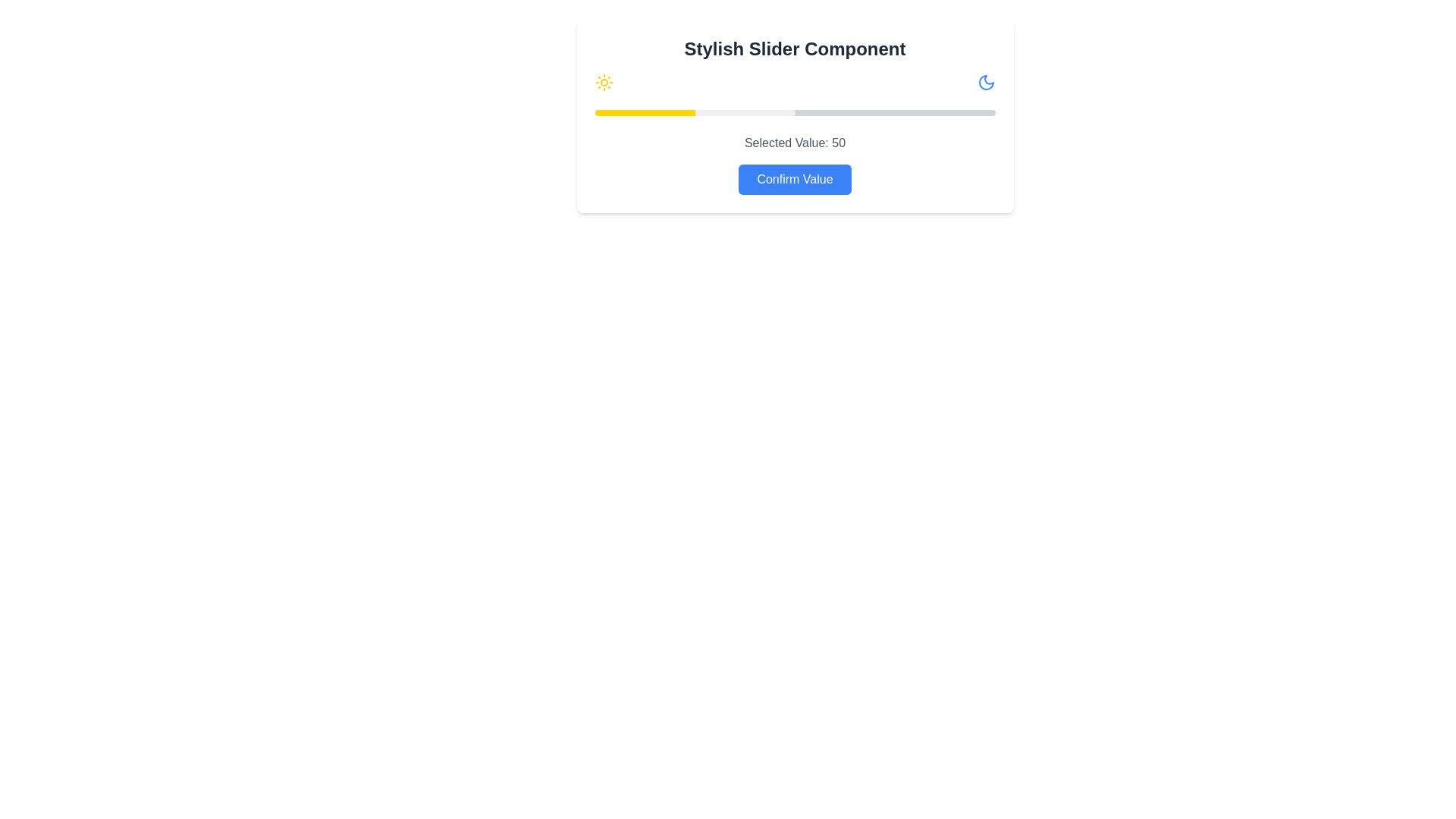  Describe the element at coordinates (619, 112) in the screenshot. I see `the slider to set its value to 6` at that location.